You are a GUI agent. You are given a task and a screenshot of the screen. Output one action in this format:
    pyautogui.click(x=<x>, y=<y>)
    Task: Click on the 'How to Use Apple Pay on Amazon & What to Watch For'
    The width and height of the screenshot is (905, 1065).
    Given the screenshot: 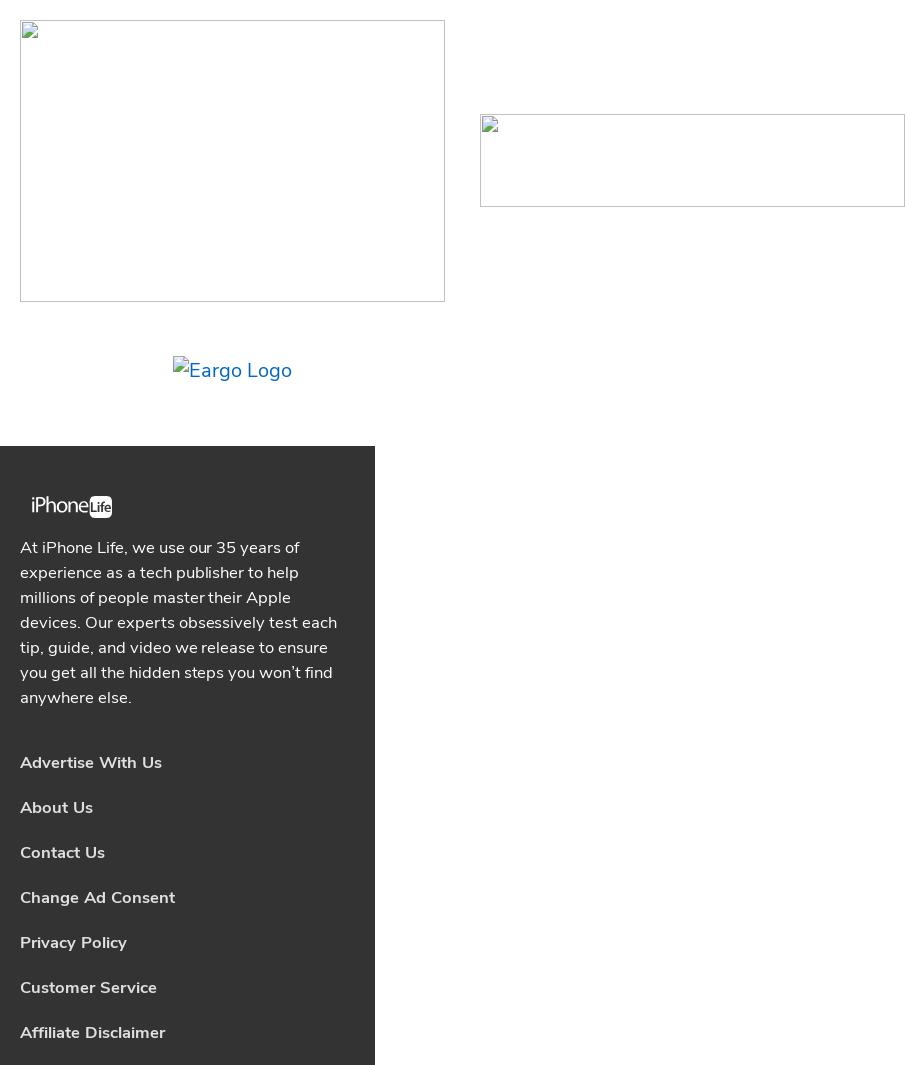 What is the action you would take?
    pyautogui.click(x=178, y=716)
    